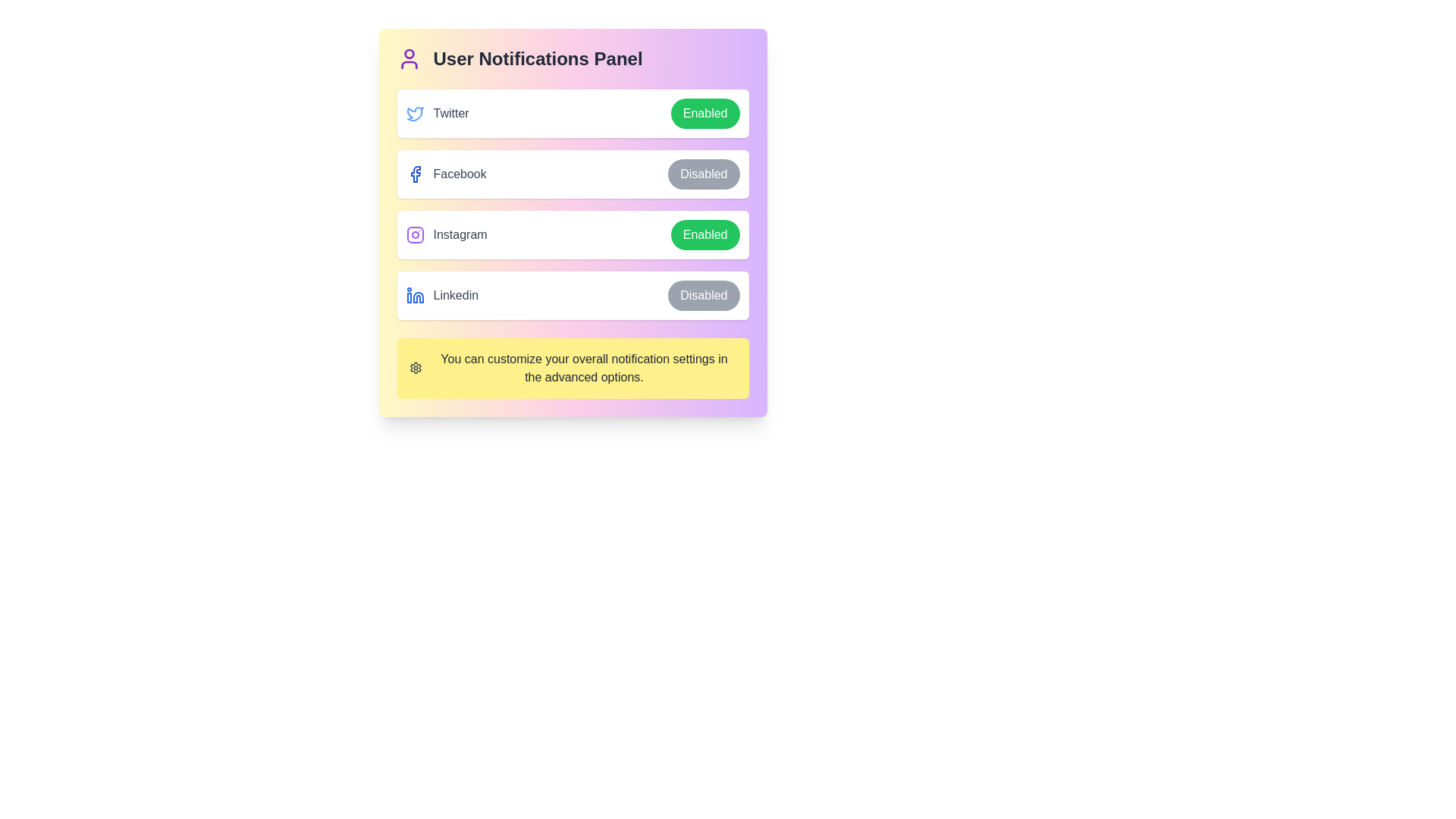  What do you see at coordinates (455, 295) in the screenshot?
I see `the 'Linkedin' text label, which is styled in gray and located in the fourth notification row of the User Notifications Panel, aligned with the LinkedIn icon to its left` at bounding box center [455, 295].